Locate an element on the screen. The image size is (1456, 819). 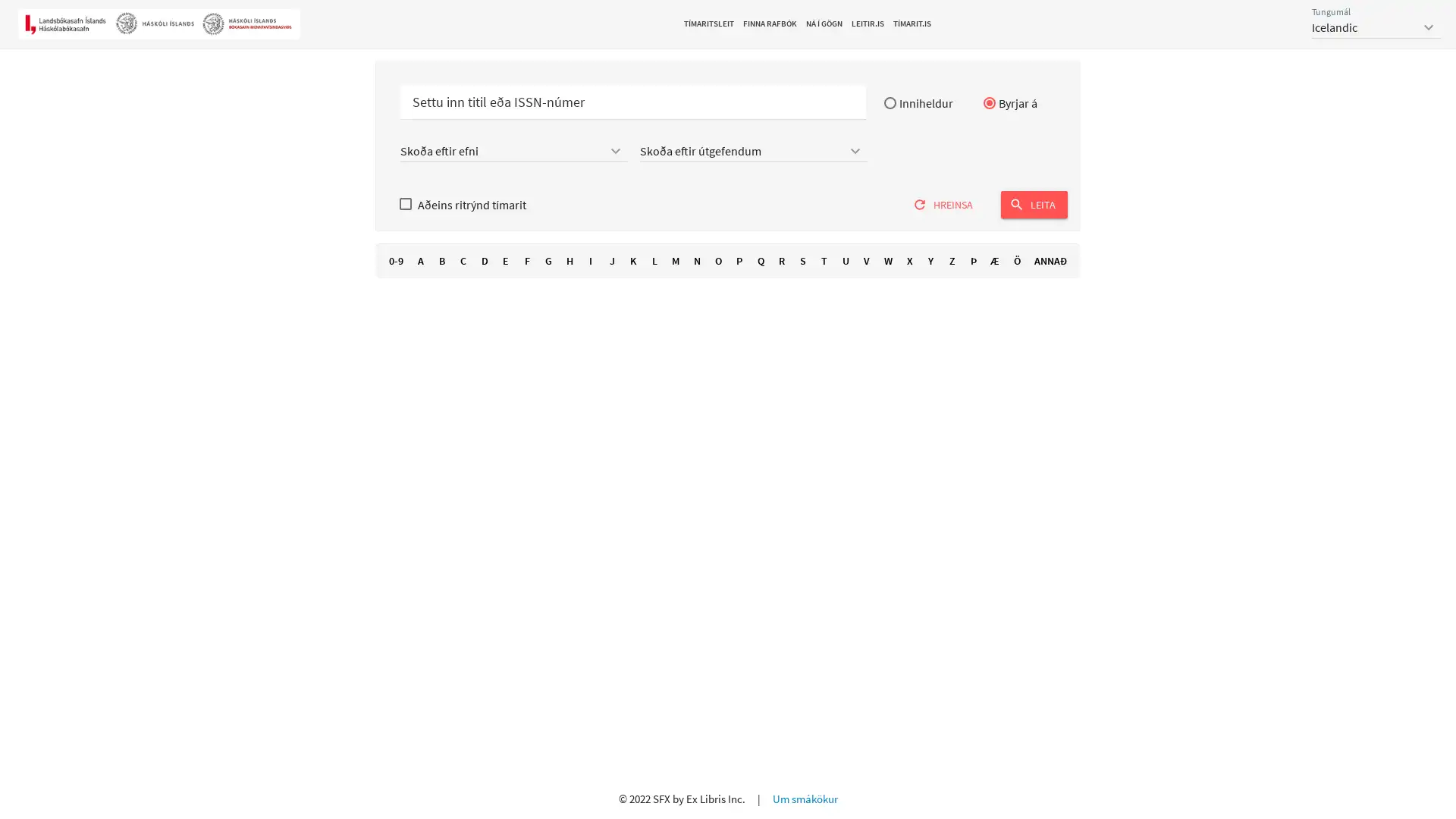
Y is located at coordinates (930, 259).